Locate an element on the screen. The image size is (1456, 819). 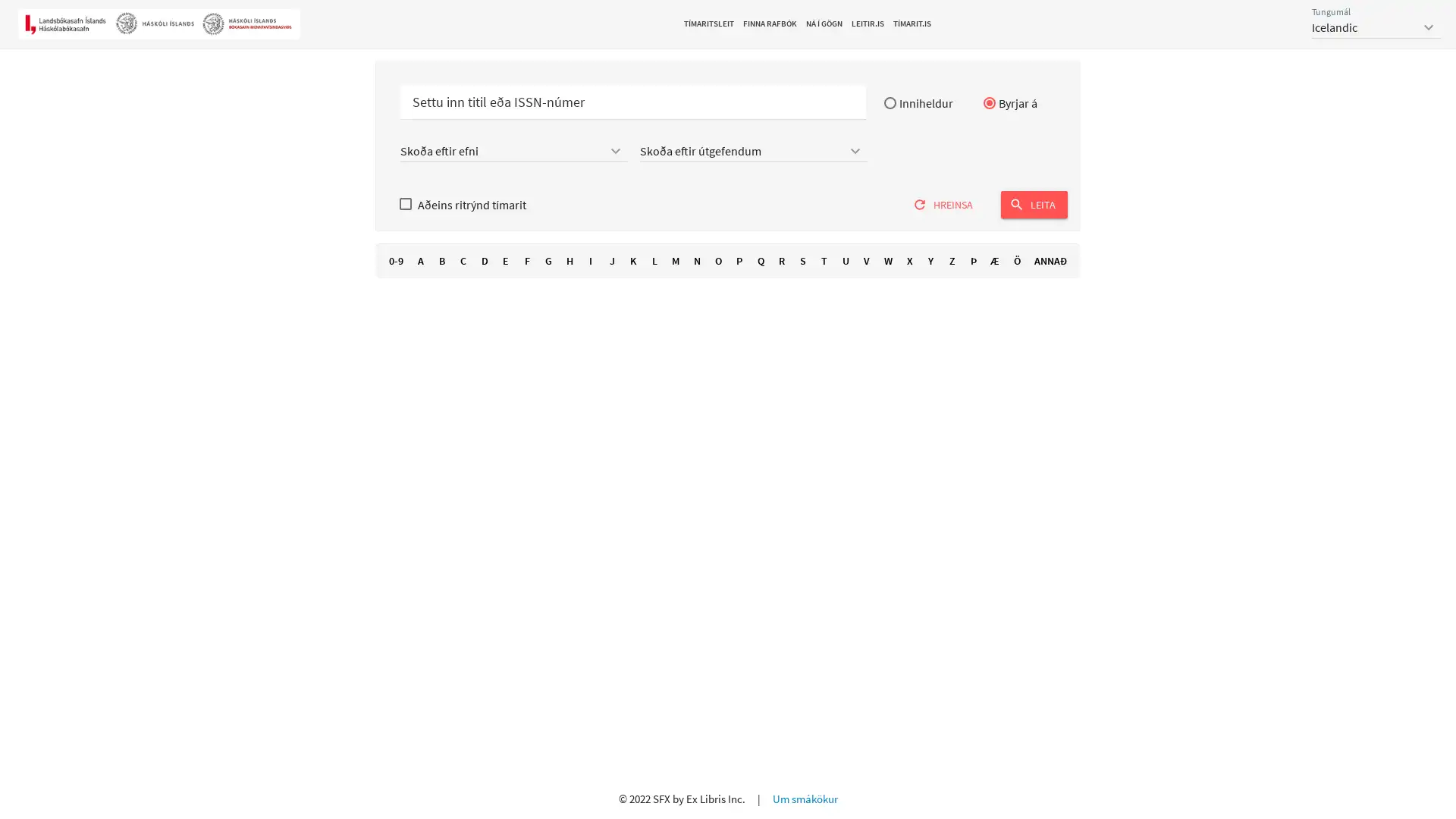
Y is located at coordinates (930, 259).